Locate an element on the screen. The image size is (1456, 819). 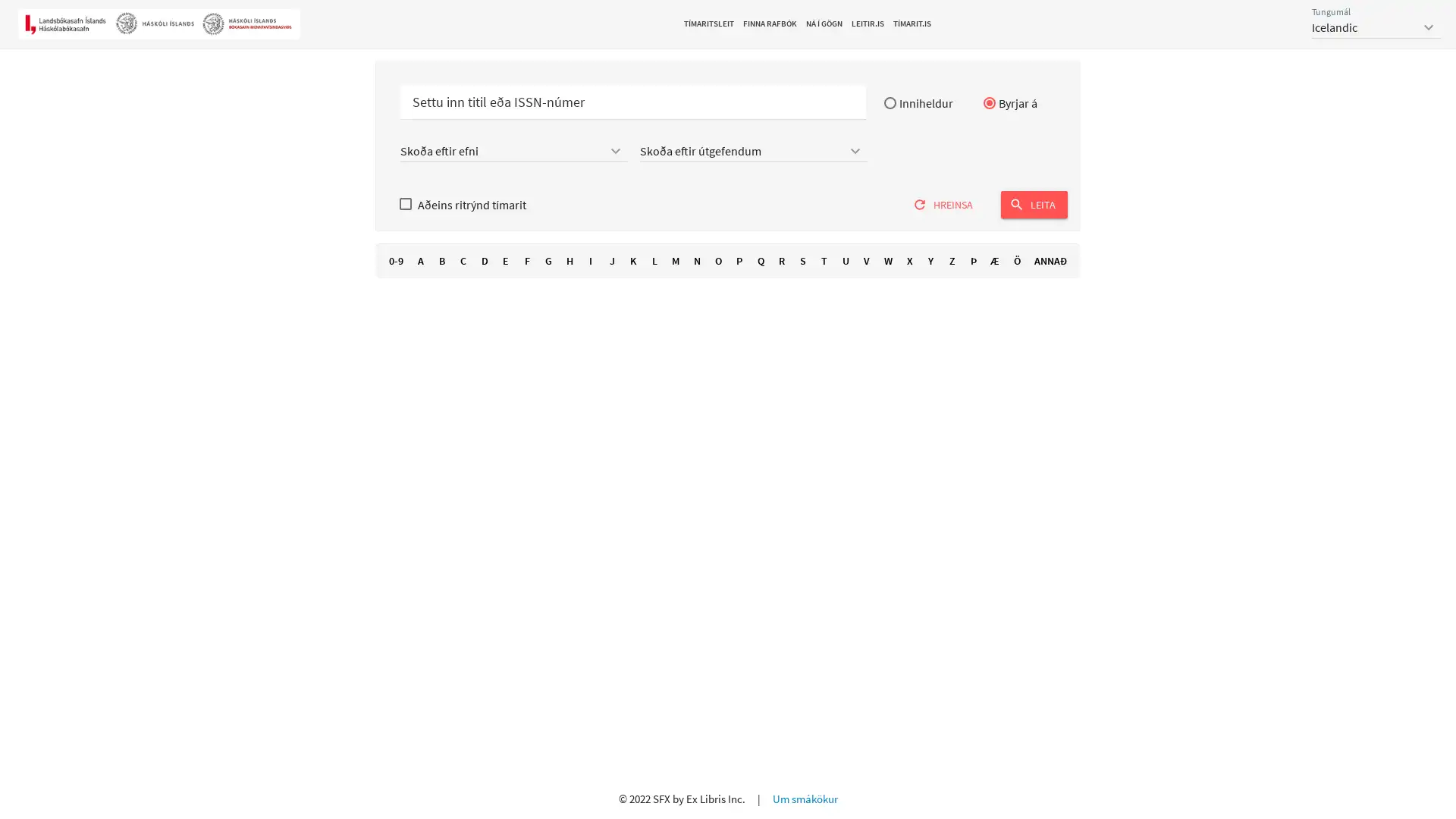
Y is located at coordinates (930, 259).